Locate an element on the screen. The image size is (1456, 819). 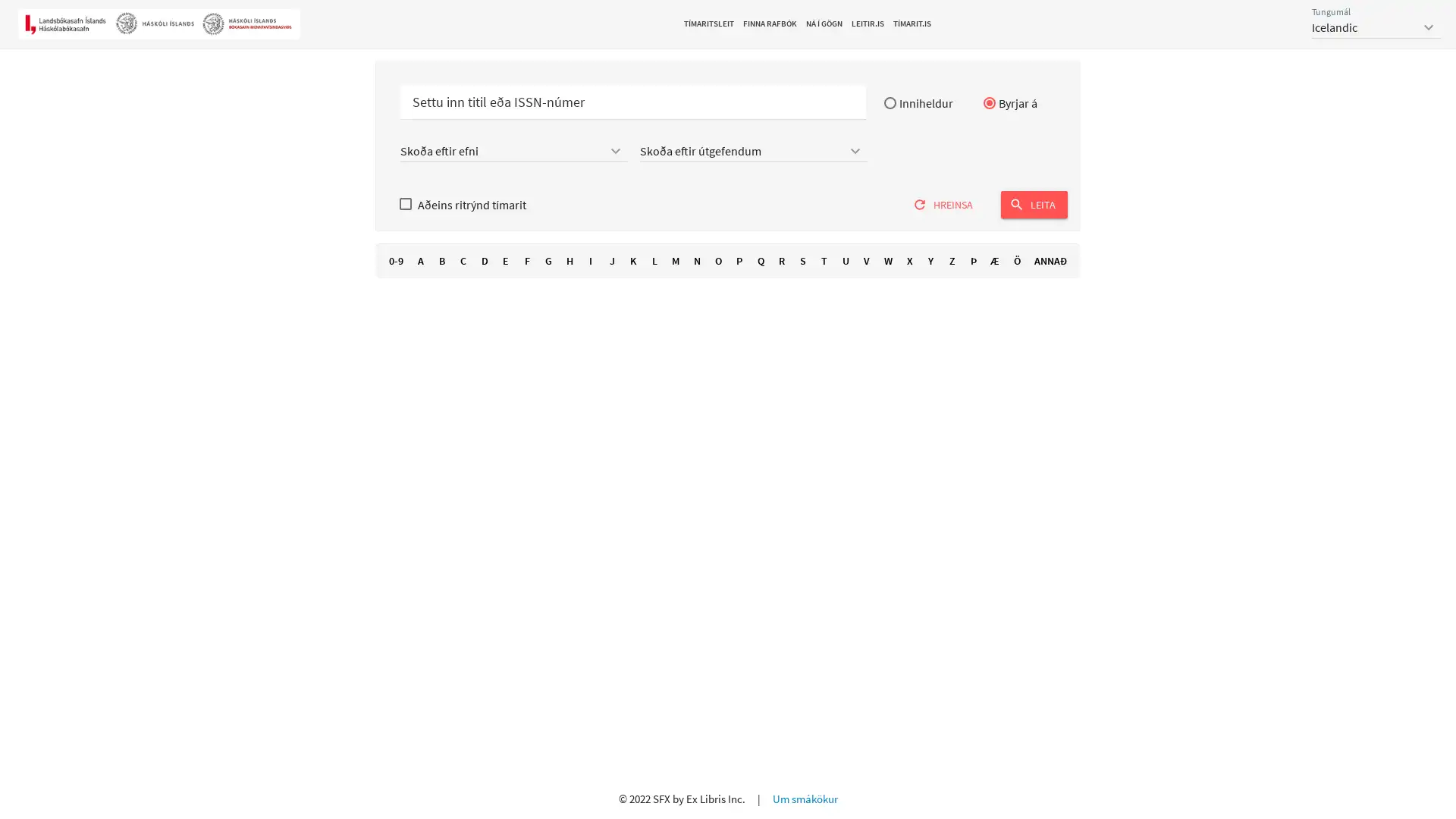
Y is located at coordinates (930, 259).